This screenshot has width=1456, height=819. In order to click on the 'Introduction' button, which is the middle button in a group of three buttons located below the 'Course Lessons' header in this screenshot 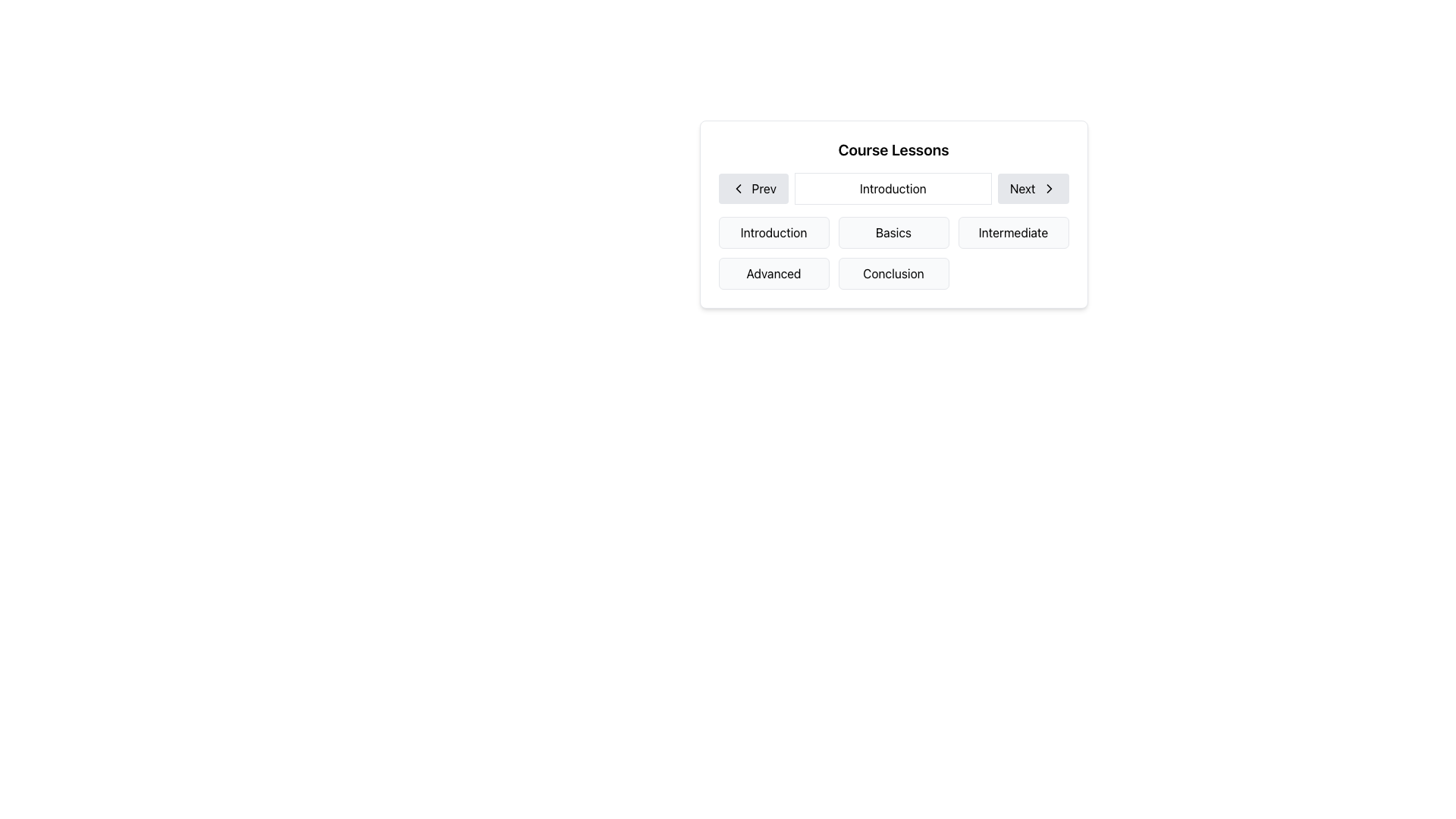, I will do `click(893, 188)`.